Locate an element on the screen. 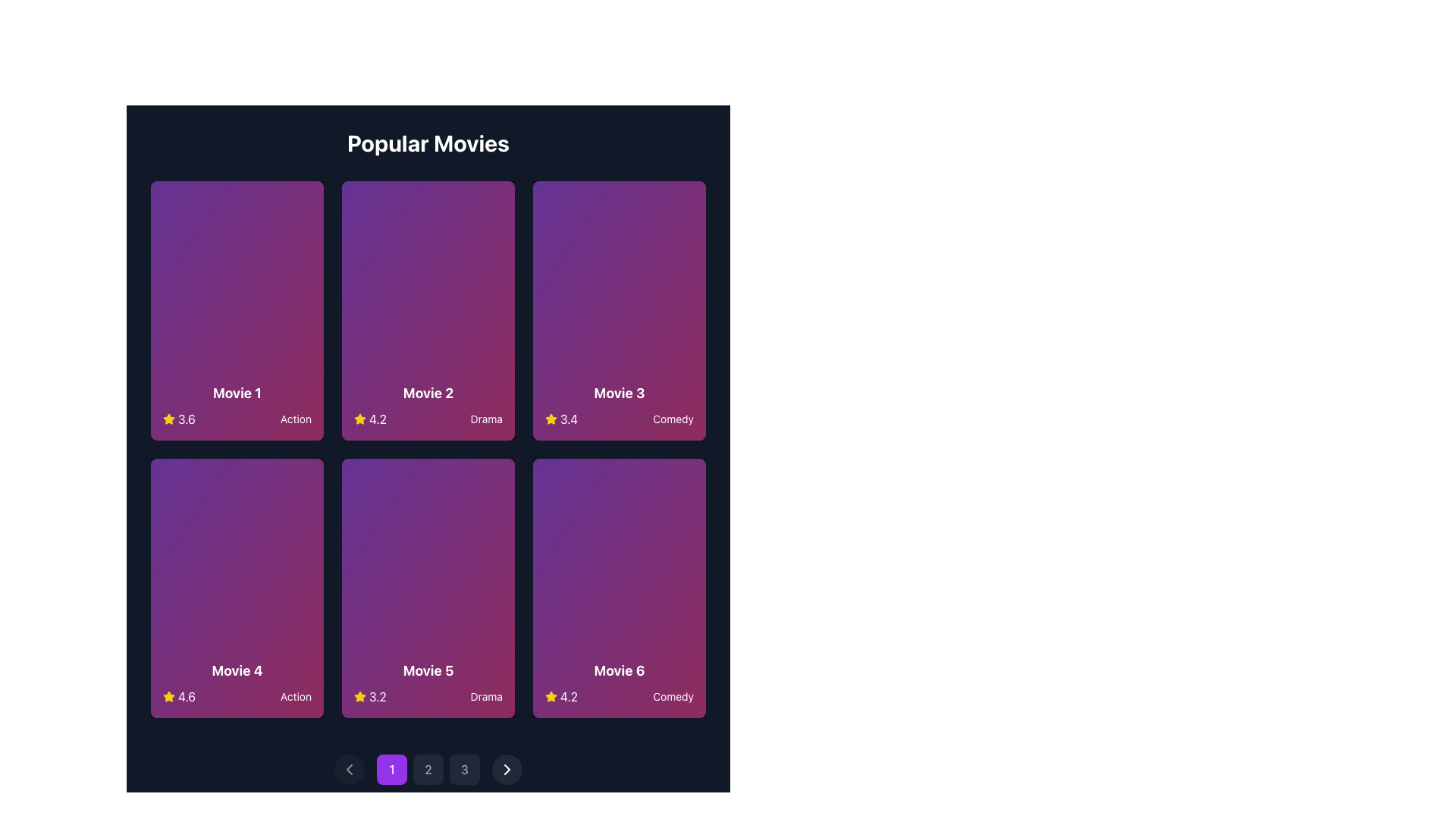  the Rating Icon for 'Movie 3' located in the top-right position of the 'Popular Movies' section, which visually indicates a rating of '3.4' is located at coordinates (550, 419).